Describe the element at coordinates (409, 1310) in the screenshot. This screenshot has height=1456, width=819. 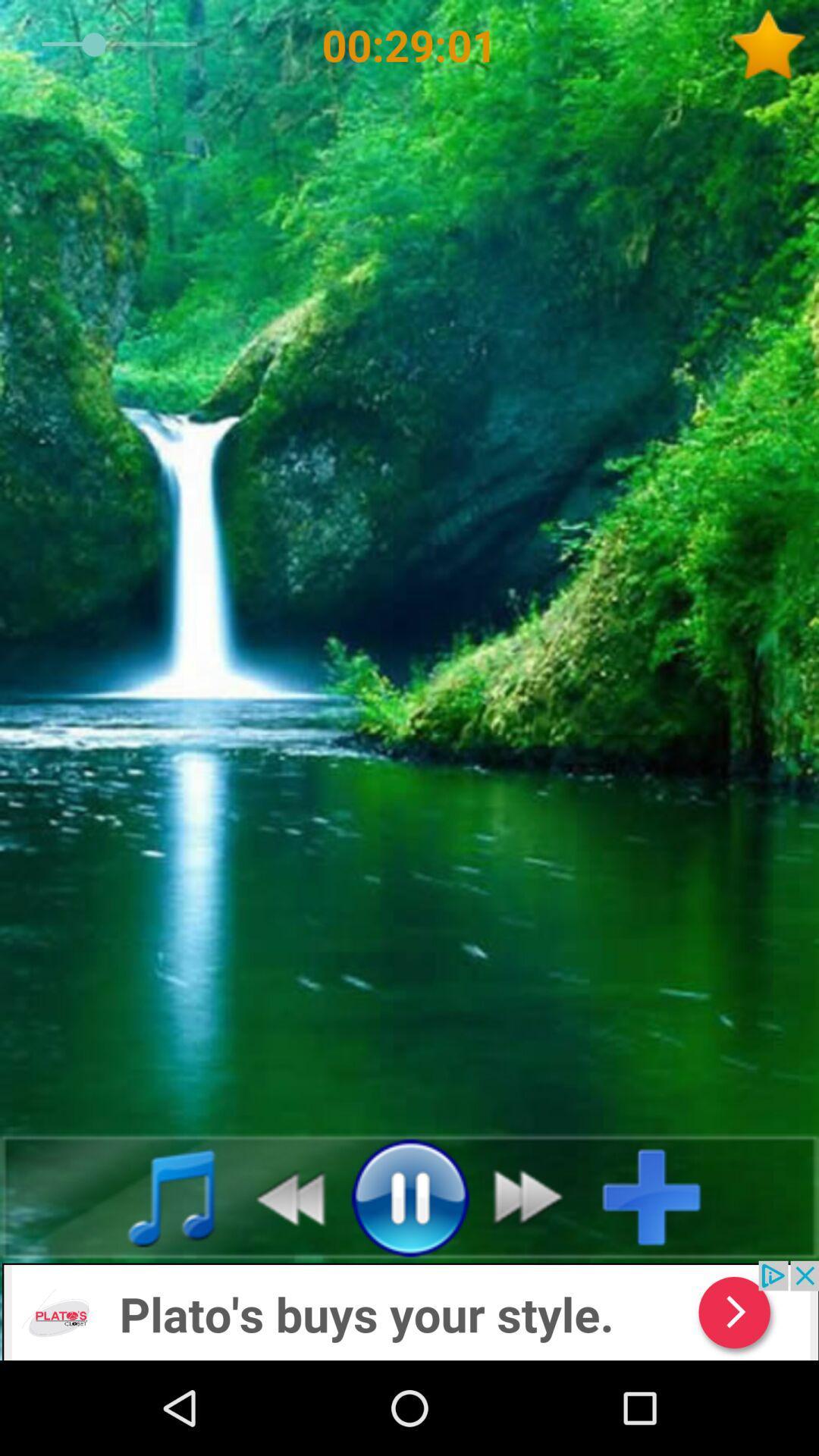
I see `show advertisements detail` at that location.